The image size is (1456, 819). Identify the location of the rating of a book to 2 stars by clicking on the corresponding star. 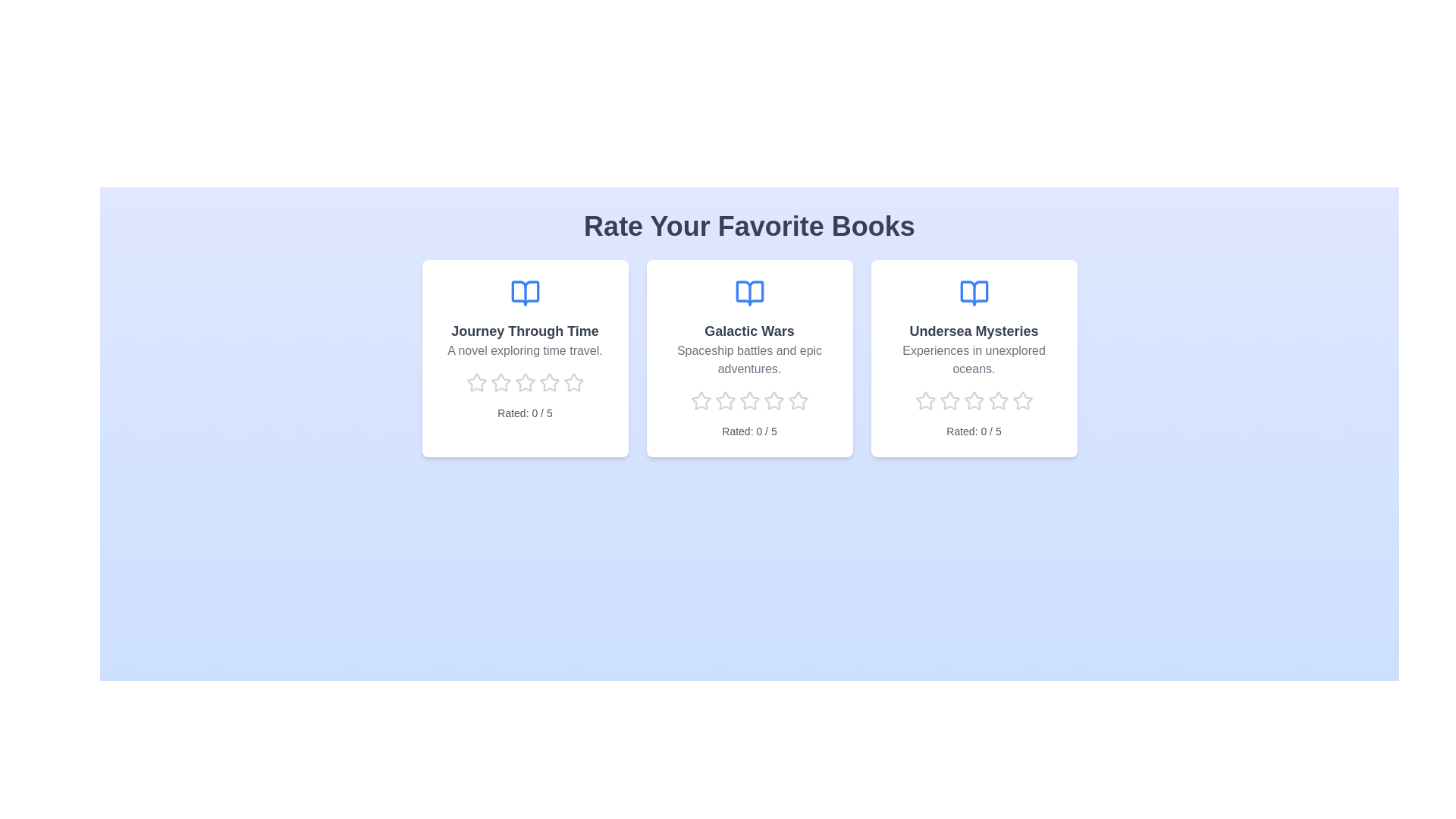
(500, 382).